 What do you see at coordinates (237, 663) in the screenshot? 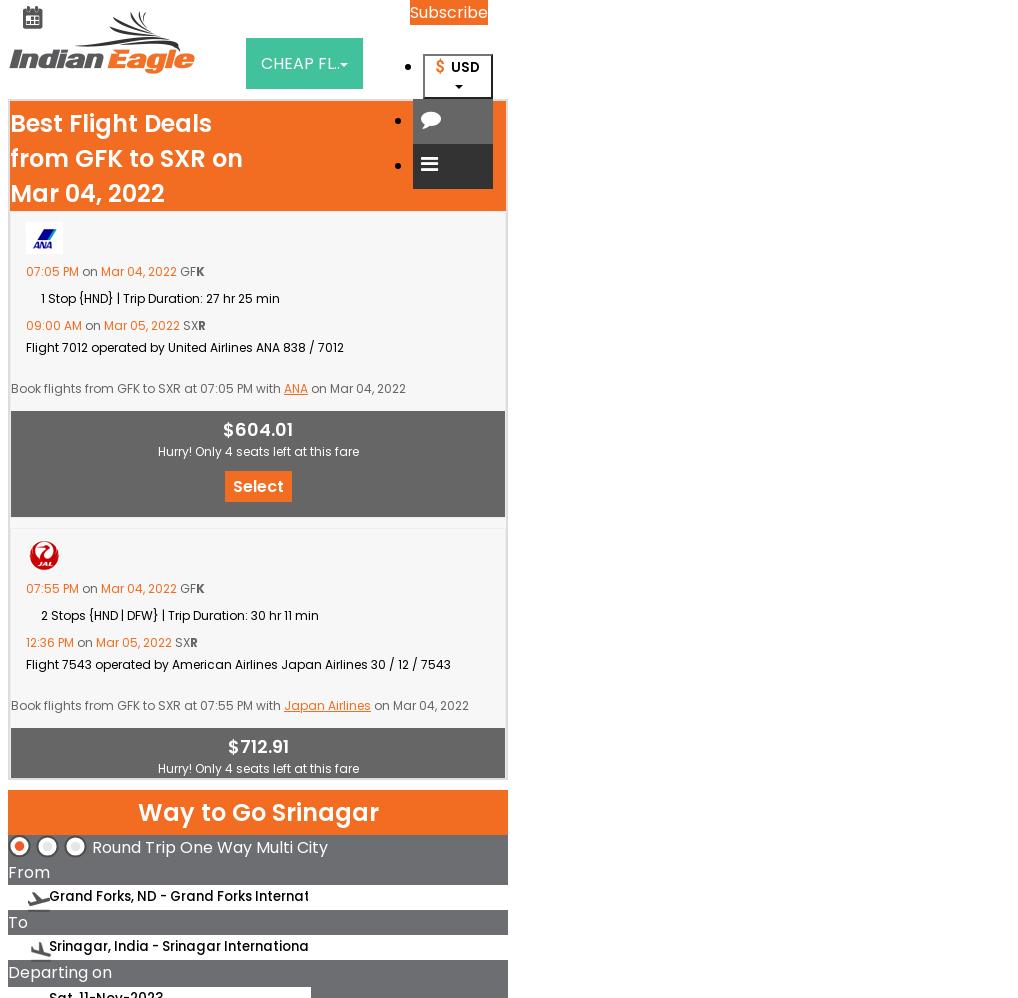
I see `'Flight 7543 operated by American Airlines Japan Airlines 30 / 12 / 7543'` at bounding box center [237, 663].